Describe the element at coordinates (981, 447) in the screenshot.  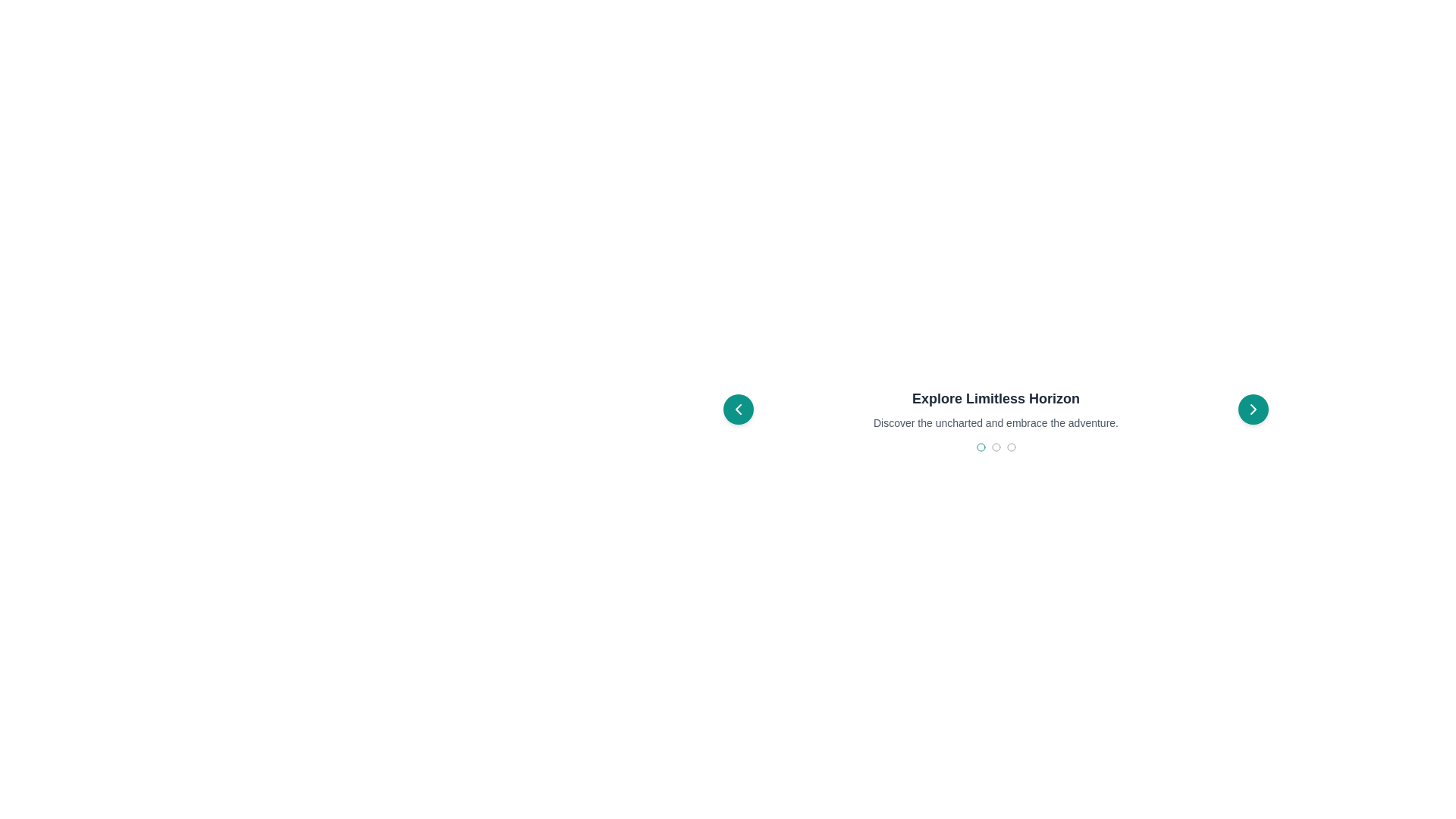
I see `the first circular navigation indicator with a teal border and lighter teal filling, located below the title 'Explore Limitless Horizon' and its subtitle` at that location.